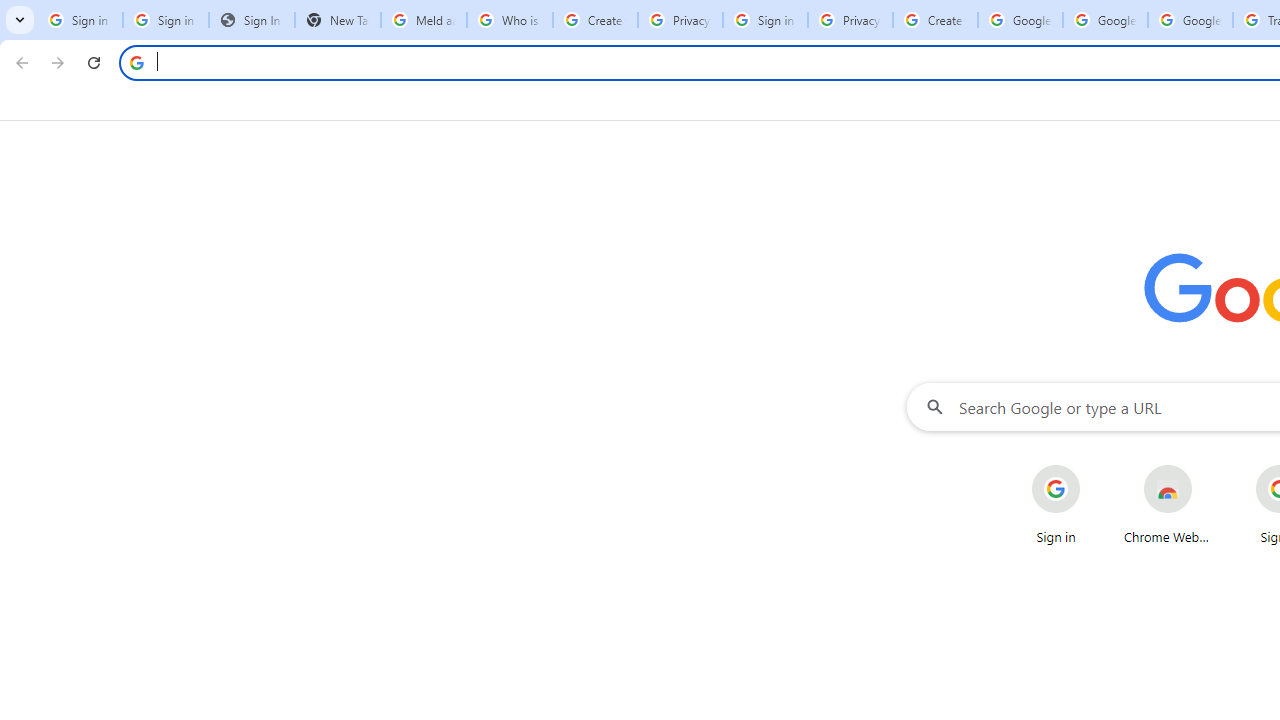 The image size is (1280, 720). What do you see at coordinates (934, 20) in the screenshot?
I see `'Create your Google Account'` at bounding box center [934, 20].